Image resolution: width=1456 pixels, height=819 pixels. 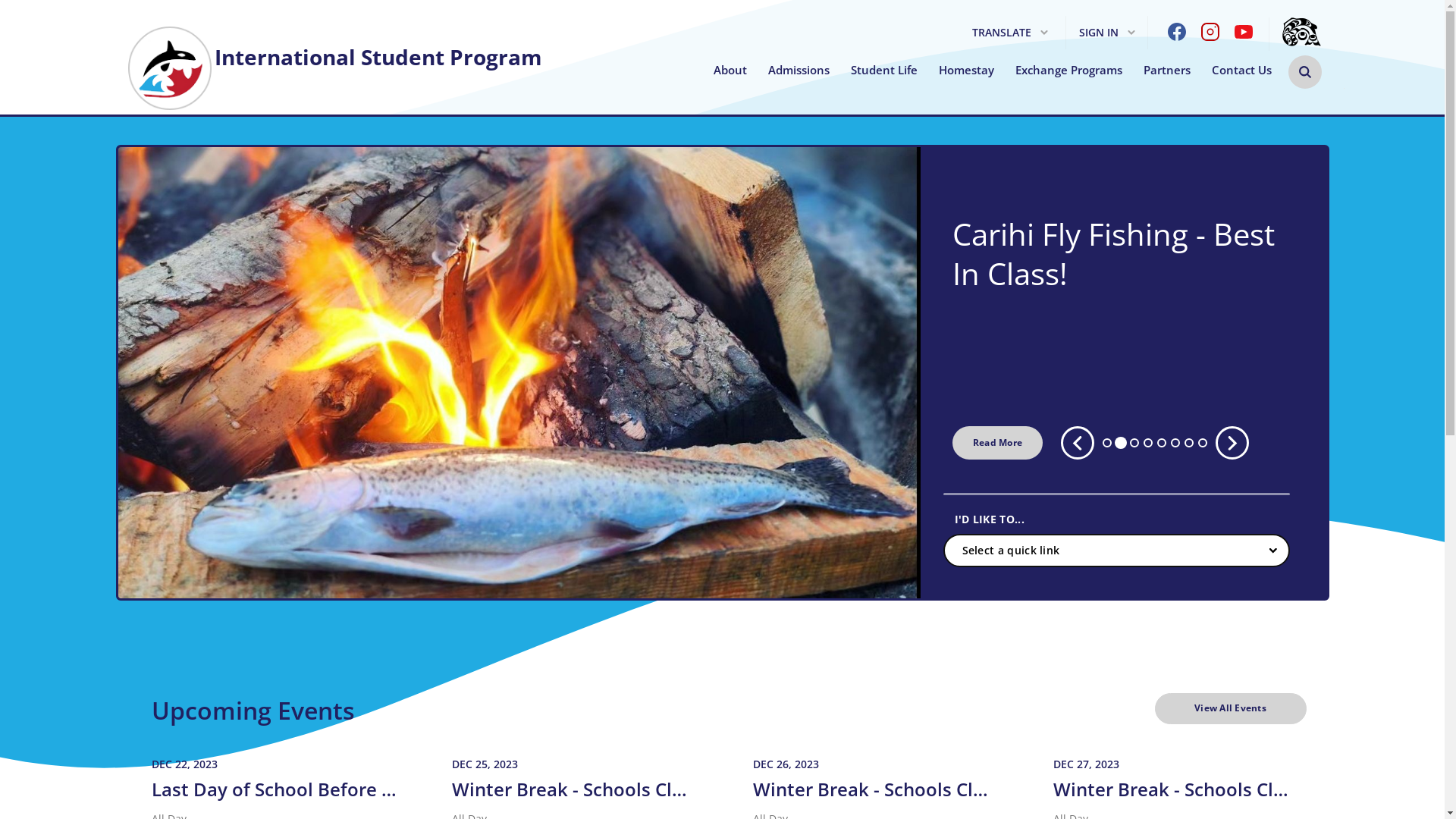 I want to click on '4', so click(x=1147, y=442).